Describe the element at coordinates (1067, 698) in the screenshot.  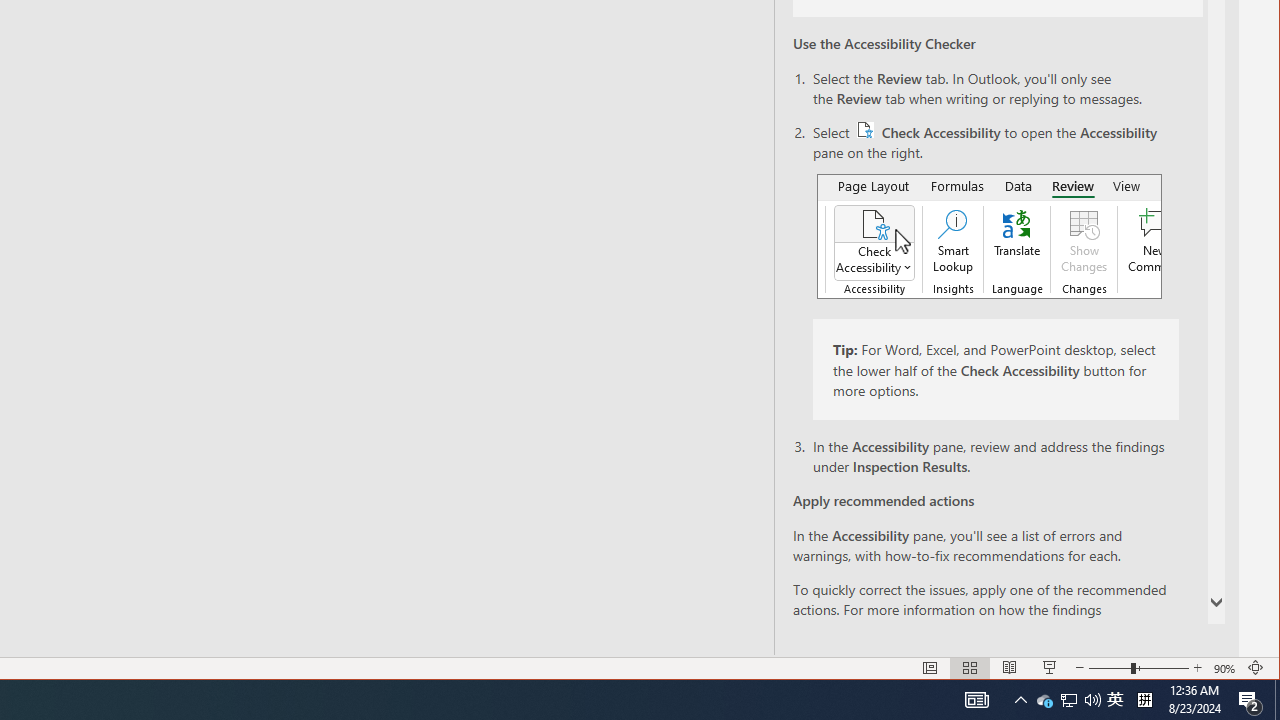
I see `'User Promoted Notification Area'` at that location.